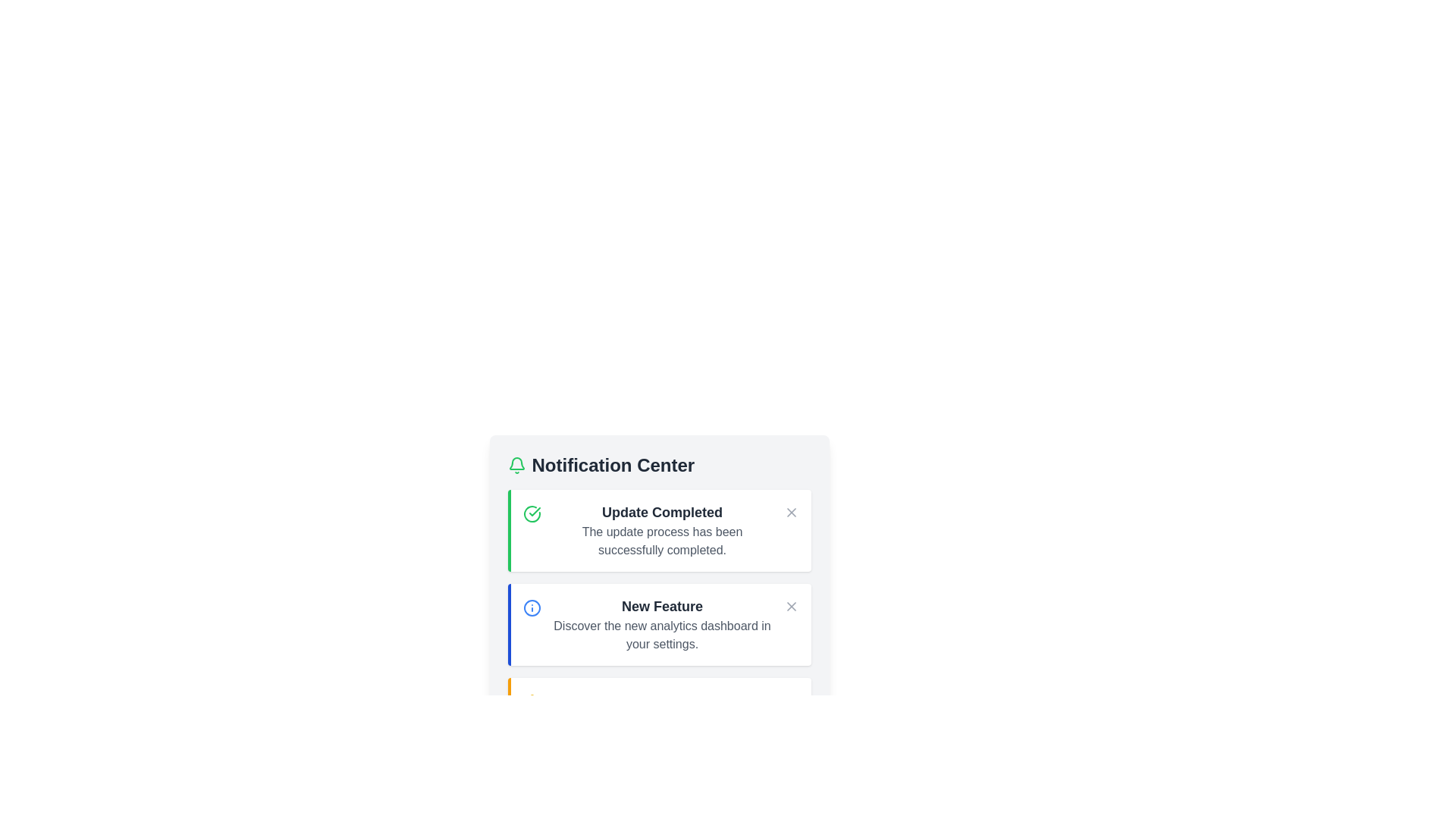 The width and height of the screenshot is (1456, 819). What do you see at coordinates (659, 464) in the screenshot?
I see `the header element featuring a green bell icon and the bold text 'Notification Center', located at the top of the notification panel` at bounding box center [659, 464].